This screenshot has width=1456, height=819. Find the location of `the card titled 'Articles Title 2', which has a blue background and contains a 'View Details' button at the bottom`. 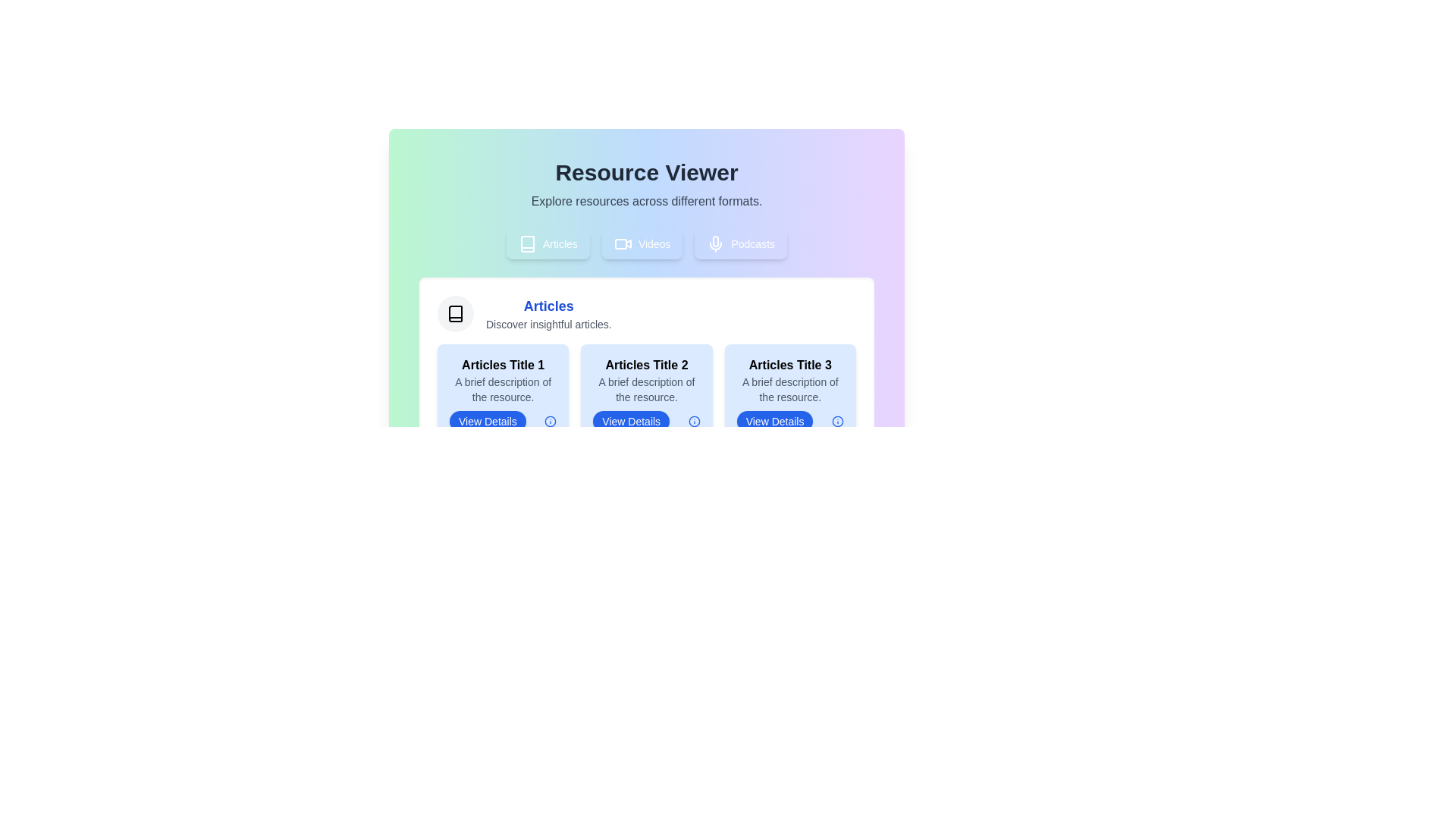

the card titled 'Articles Title 2', which has a blue background and contains a 'View Details' button at the bottom is located at coordinates (647, 394).